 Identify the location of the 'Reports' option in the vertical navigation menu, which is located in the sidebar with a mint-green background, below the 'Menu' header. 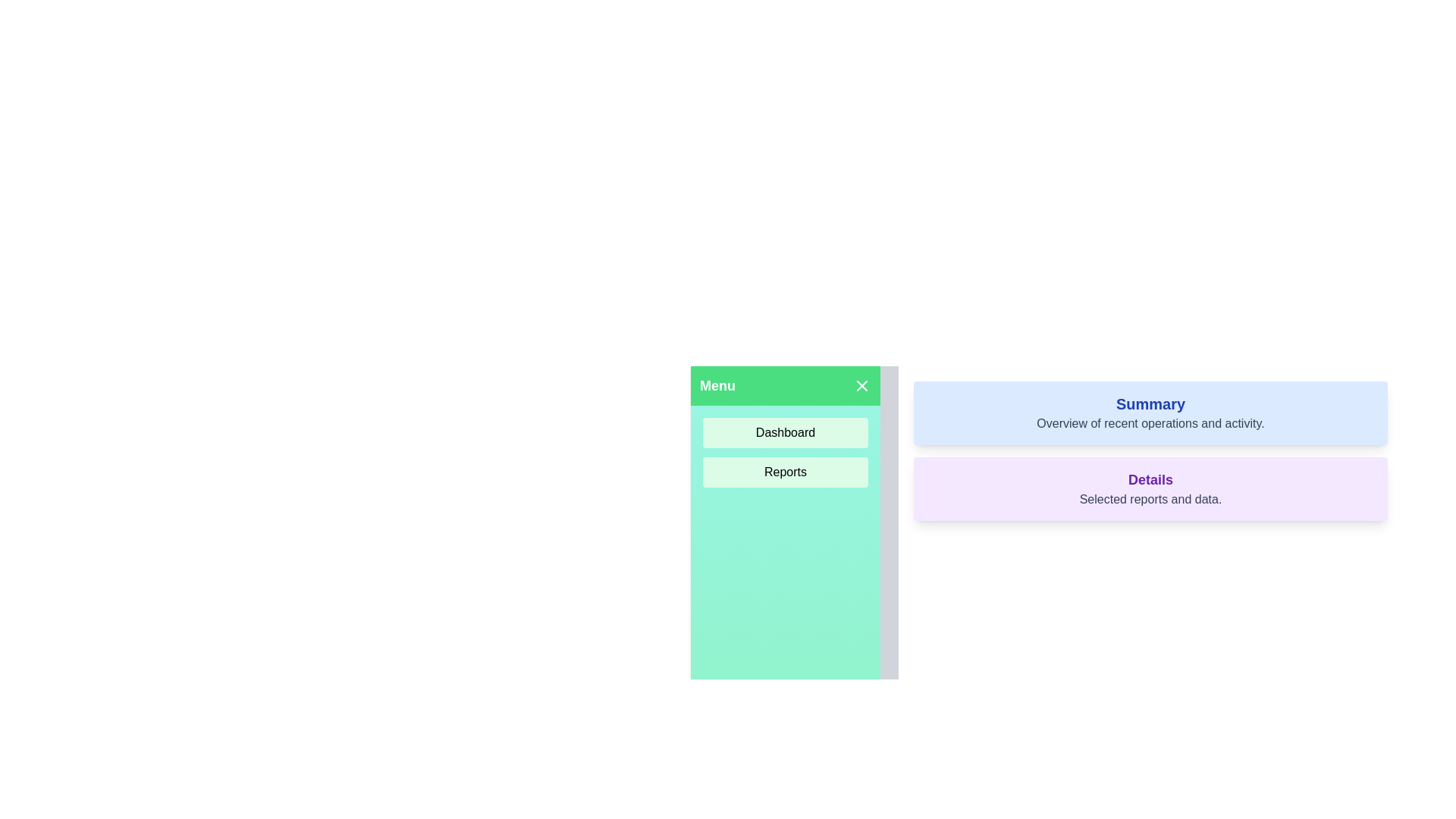
(786, 452).